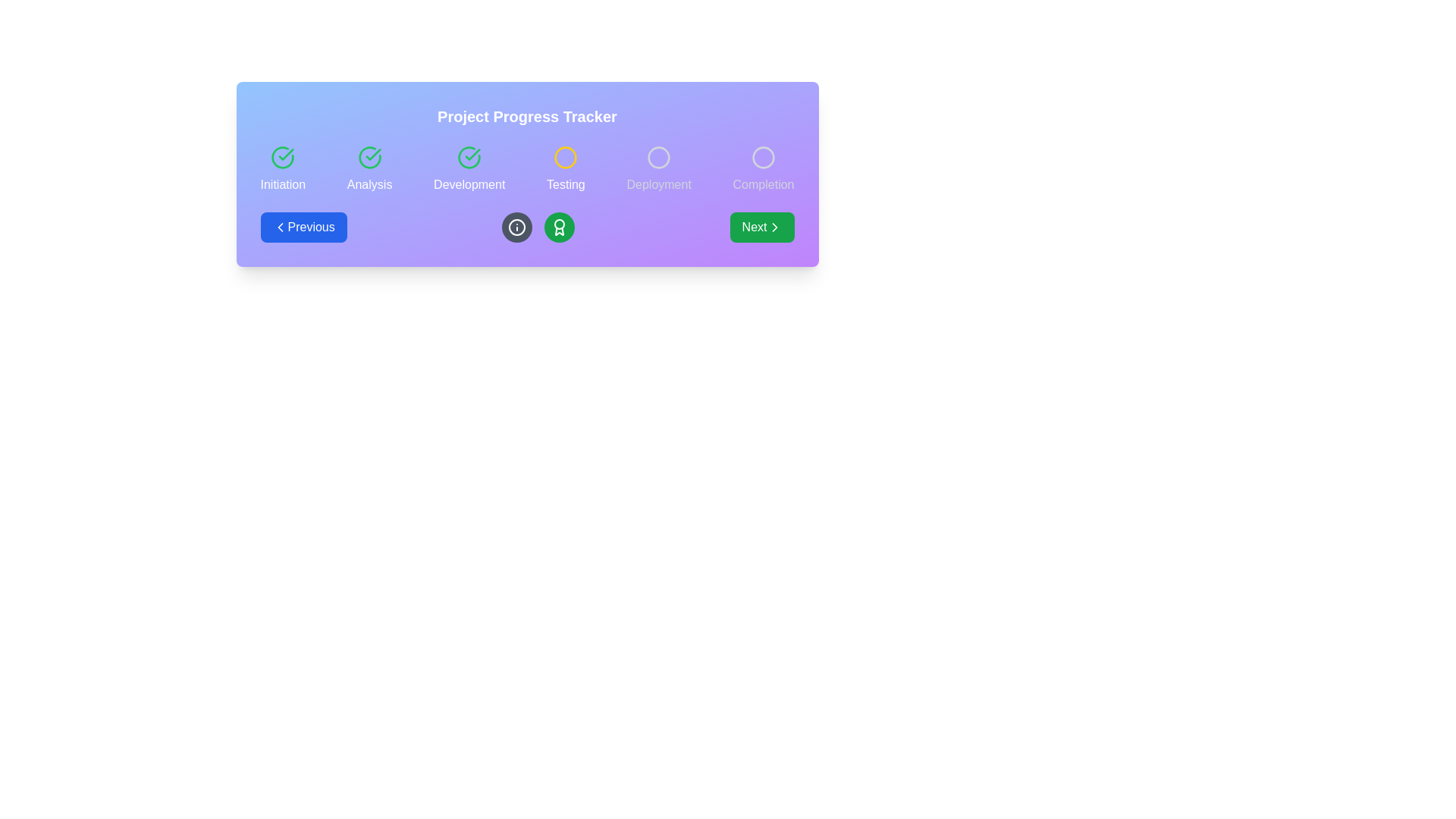 The width and height of the screenshot is (1456, 819). I want to click on the header text 'Project Progress Tracker' which is bold, large, and centered within a gradient background transitioning from blue to purple, so click(527, 116).